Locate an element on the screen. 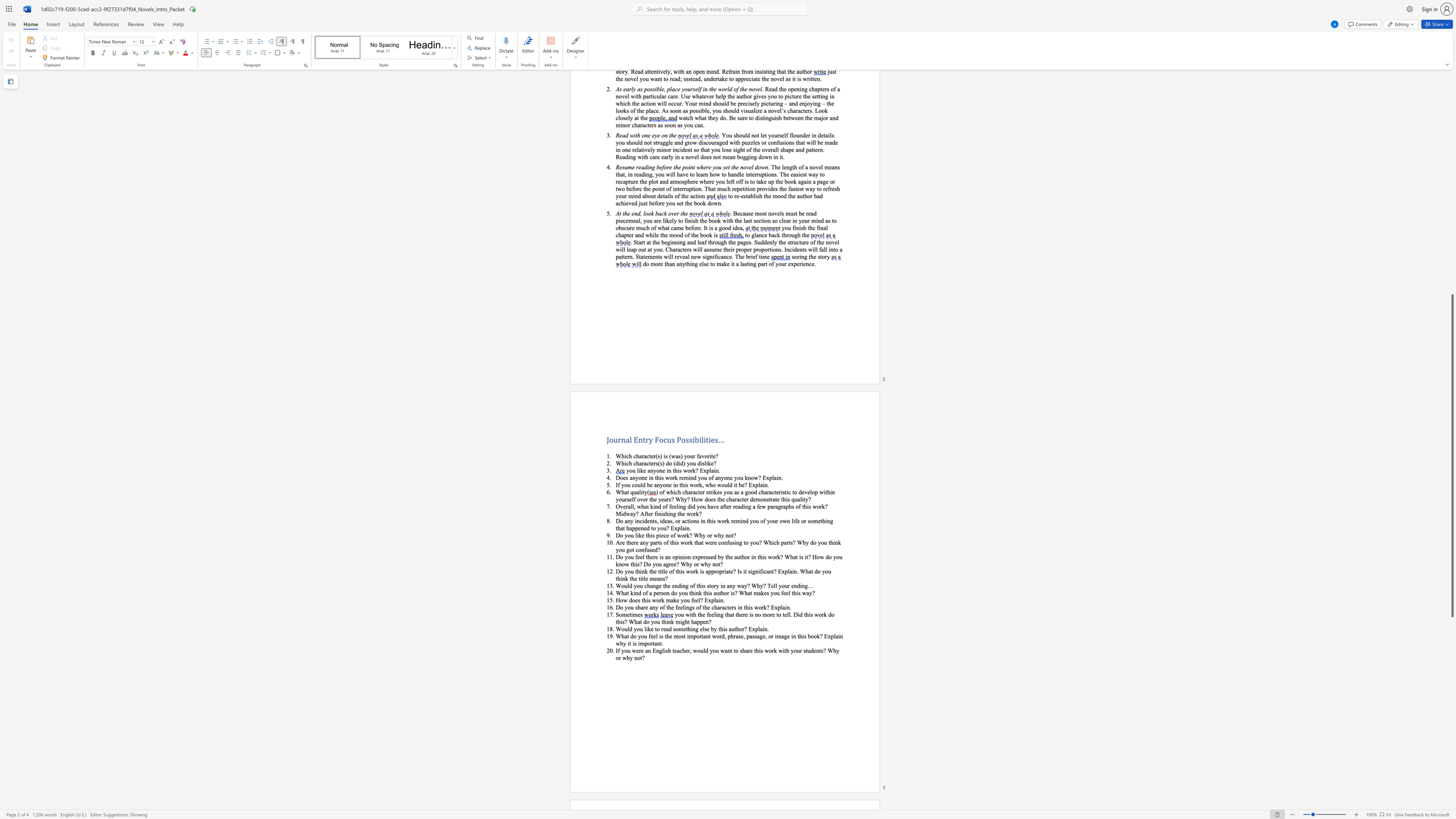 The height and width of the screenshot is (819, 1456). the 1th character "m" in the text is located at coordinates (624, 614).